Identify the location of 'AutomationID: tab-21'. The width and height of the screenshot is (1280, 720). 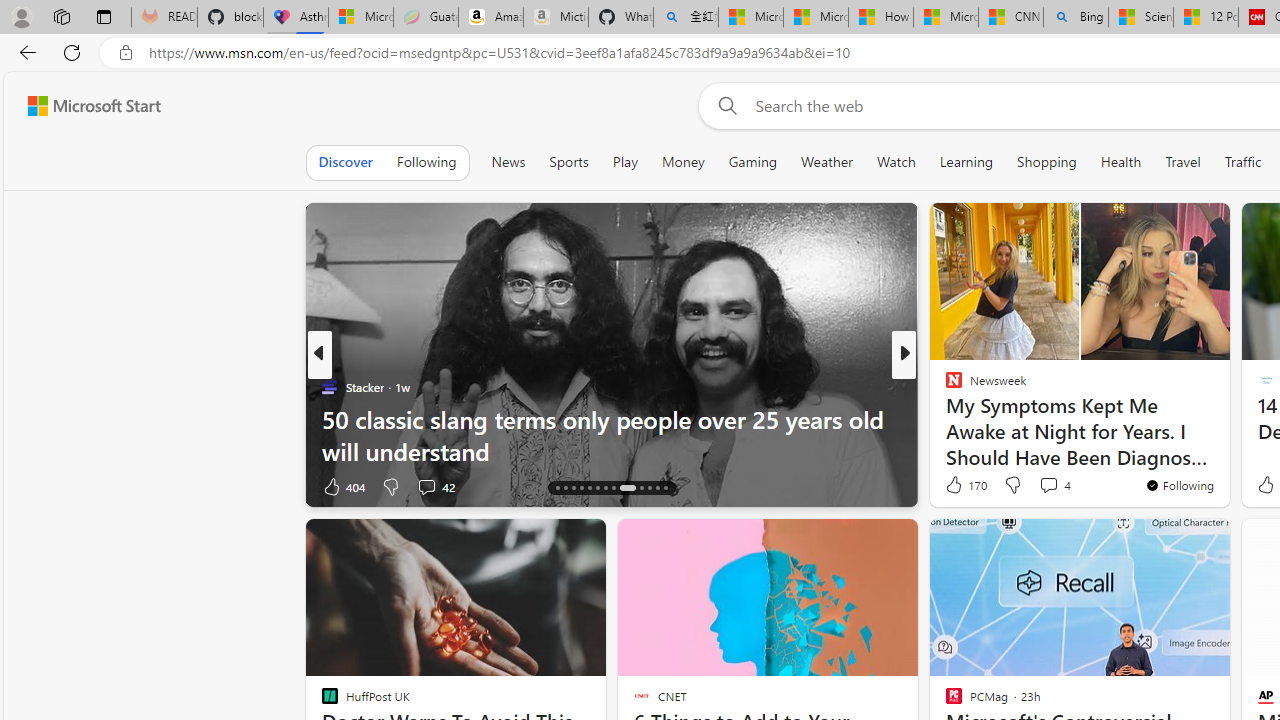
(612, 488).